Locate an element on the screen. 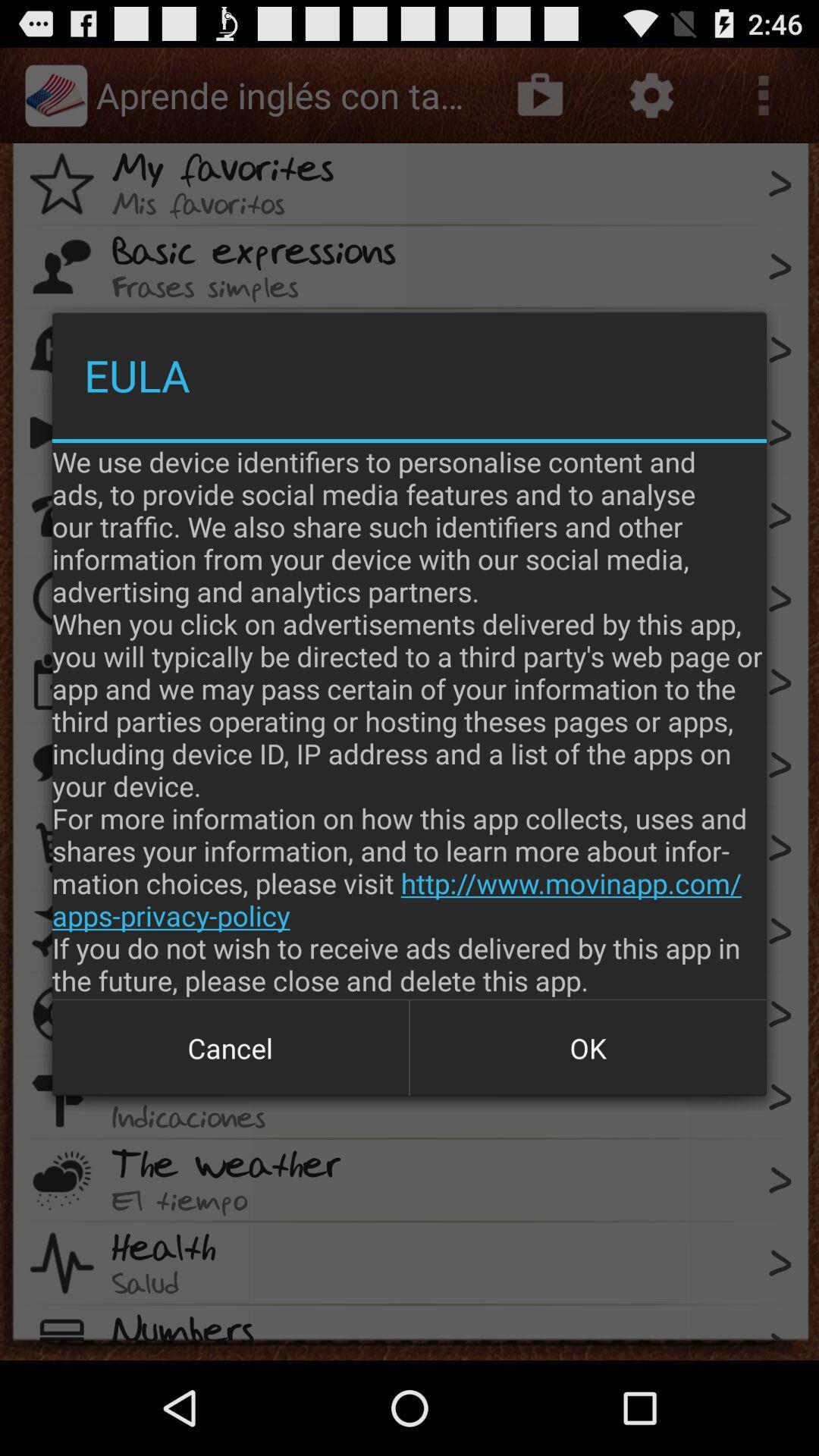 The height and width of the screenshot is (1456, 819). the cancel is located at coordinates (231, 1047).